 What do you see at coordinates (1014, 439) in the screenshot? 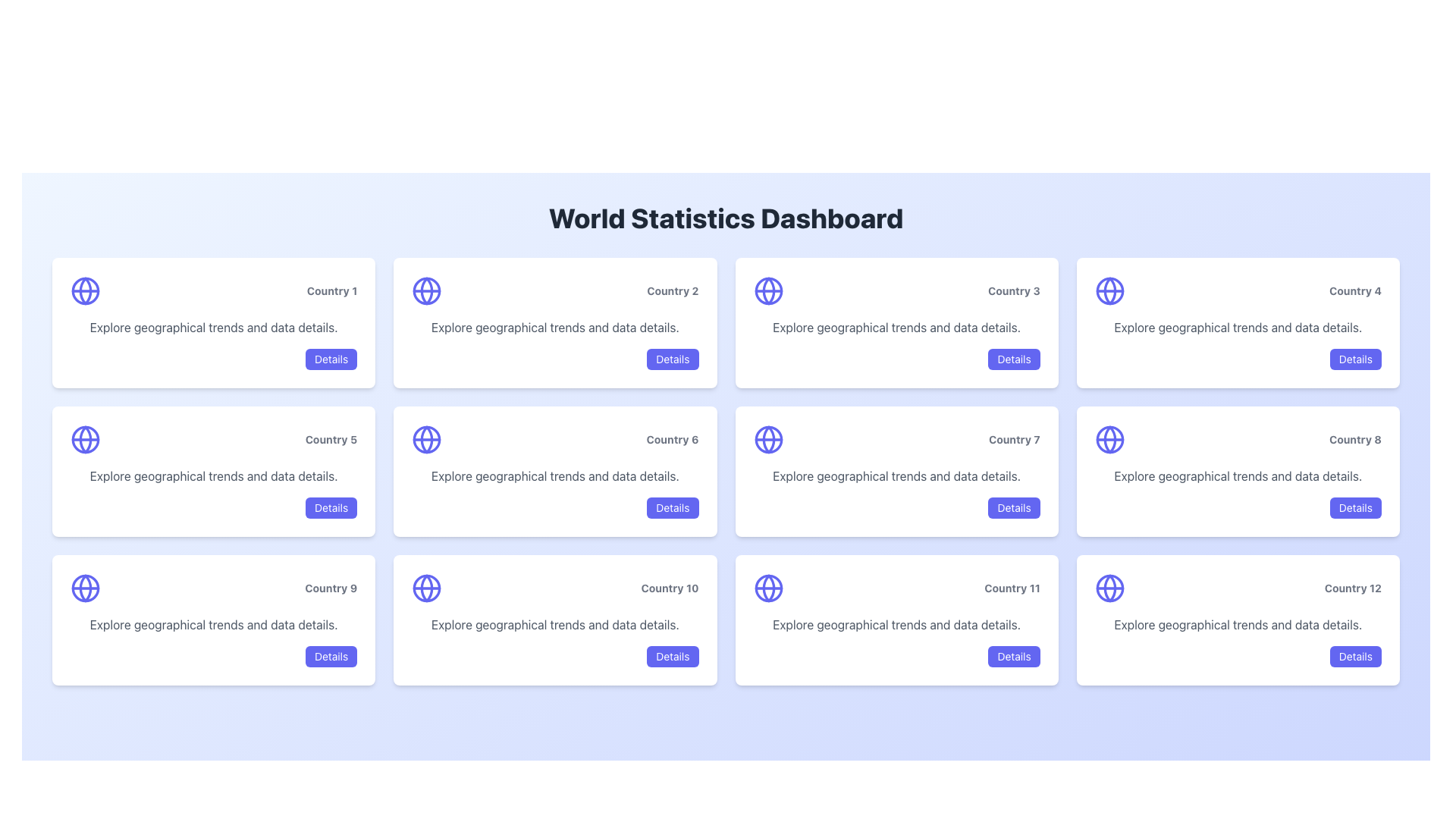
I see `the text label located in the top-right of the card, which serves as the title or identifier for the card's content` at bounding box center [1014, 439].